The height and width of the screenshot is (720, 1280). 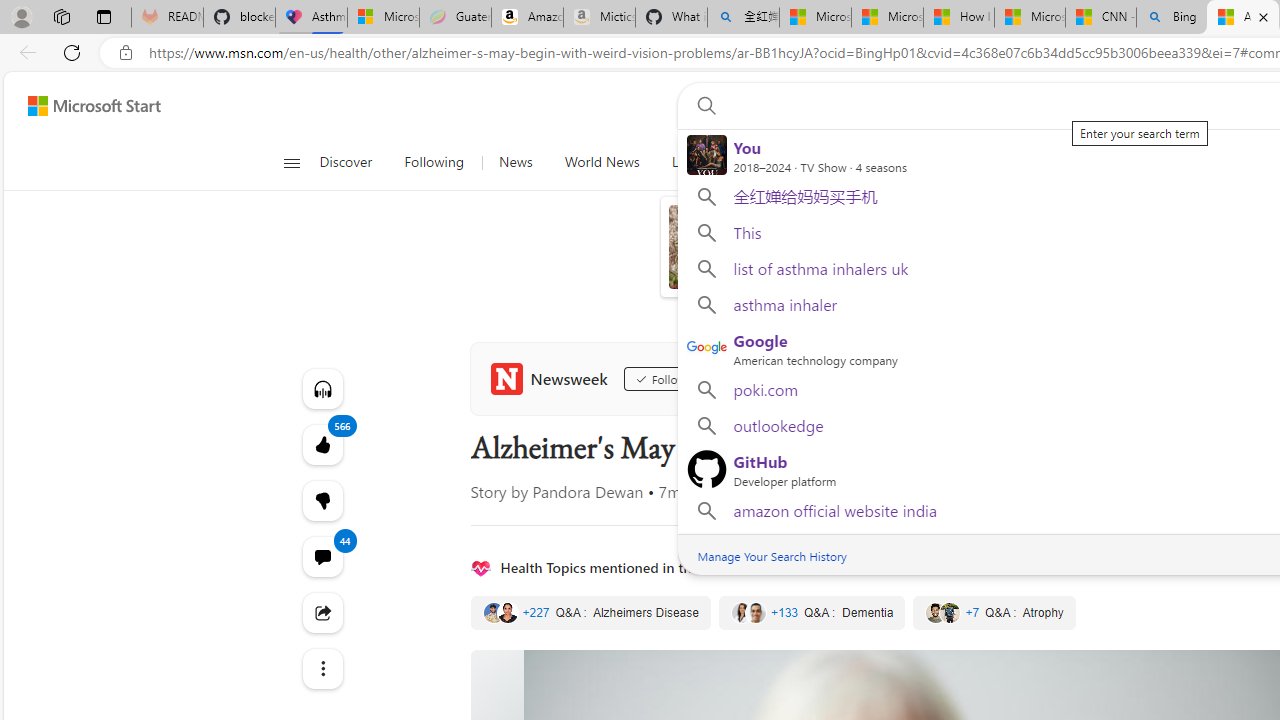 I want to click on 'Class: at-item', so click(x=322, y=668).